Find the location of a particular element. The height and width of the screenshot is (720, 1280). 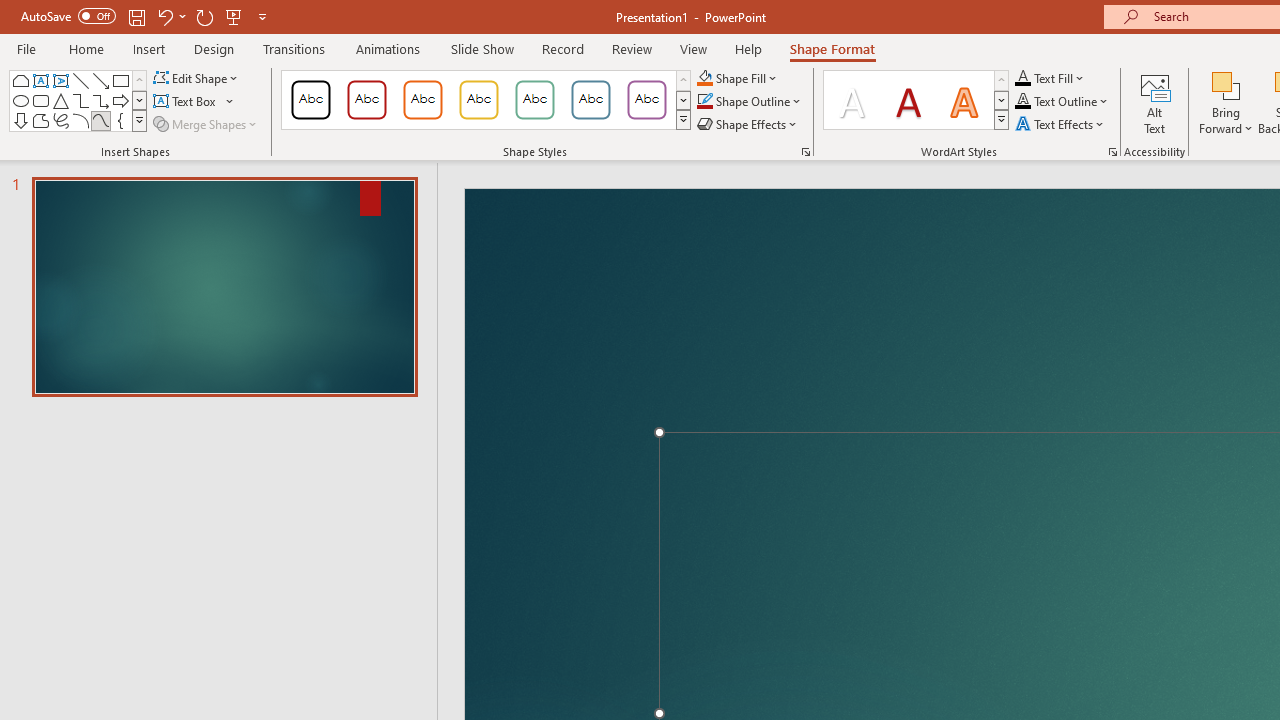

'Record' is located at coordinates (561, 48).